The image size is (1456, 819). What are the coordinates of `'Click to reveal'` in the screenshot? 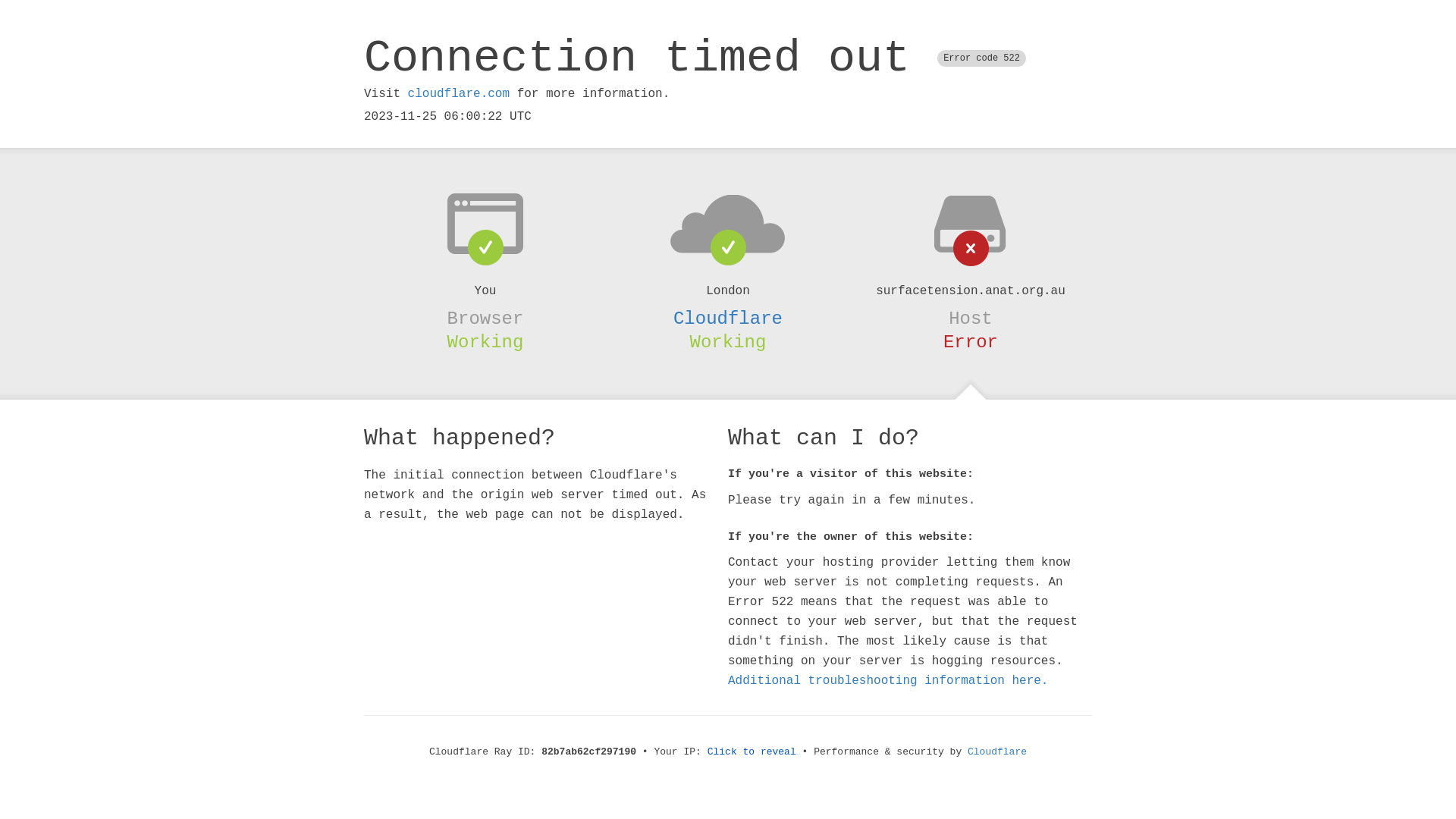 It's located at (752, 752).